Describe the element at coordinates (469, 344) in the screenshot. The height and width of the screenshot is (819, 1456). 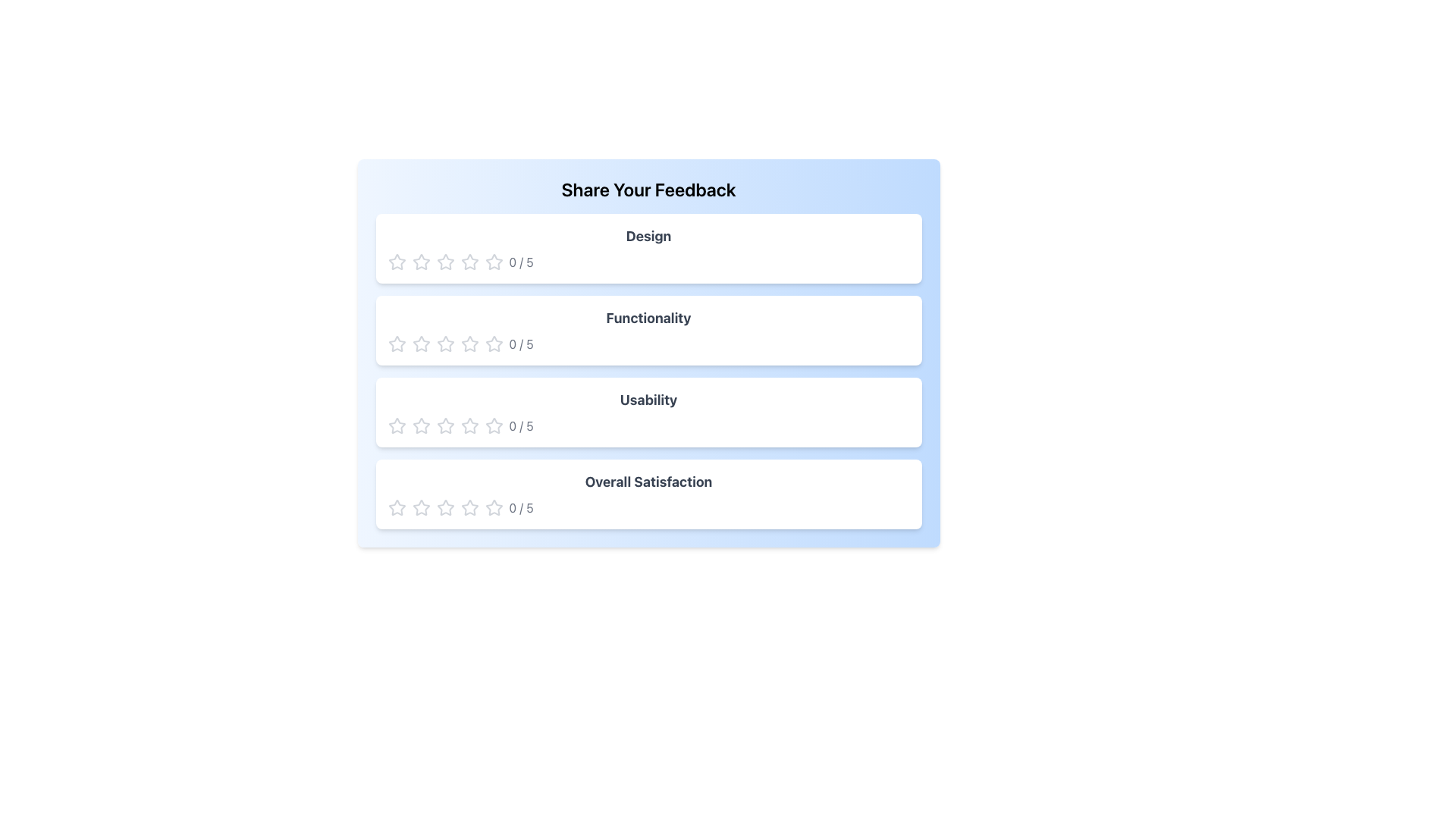
I see `the mouse across the series of star icons` at that location.